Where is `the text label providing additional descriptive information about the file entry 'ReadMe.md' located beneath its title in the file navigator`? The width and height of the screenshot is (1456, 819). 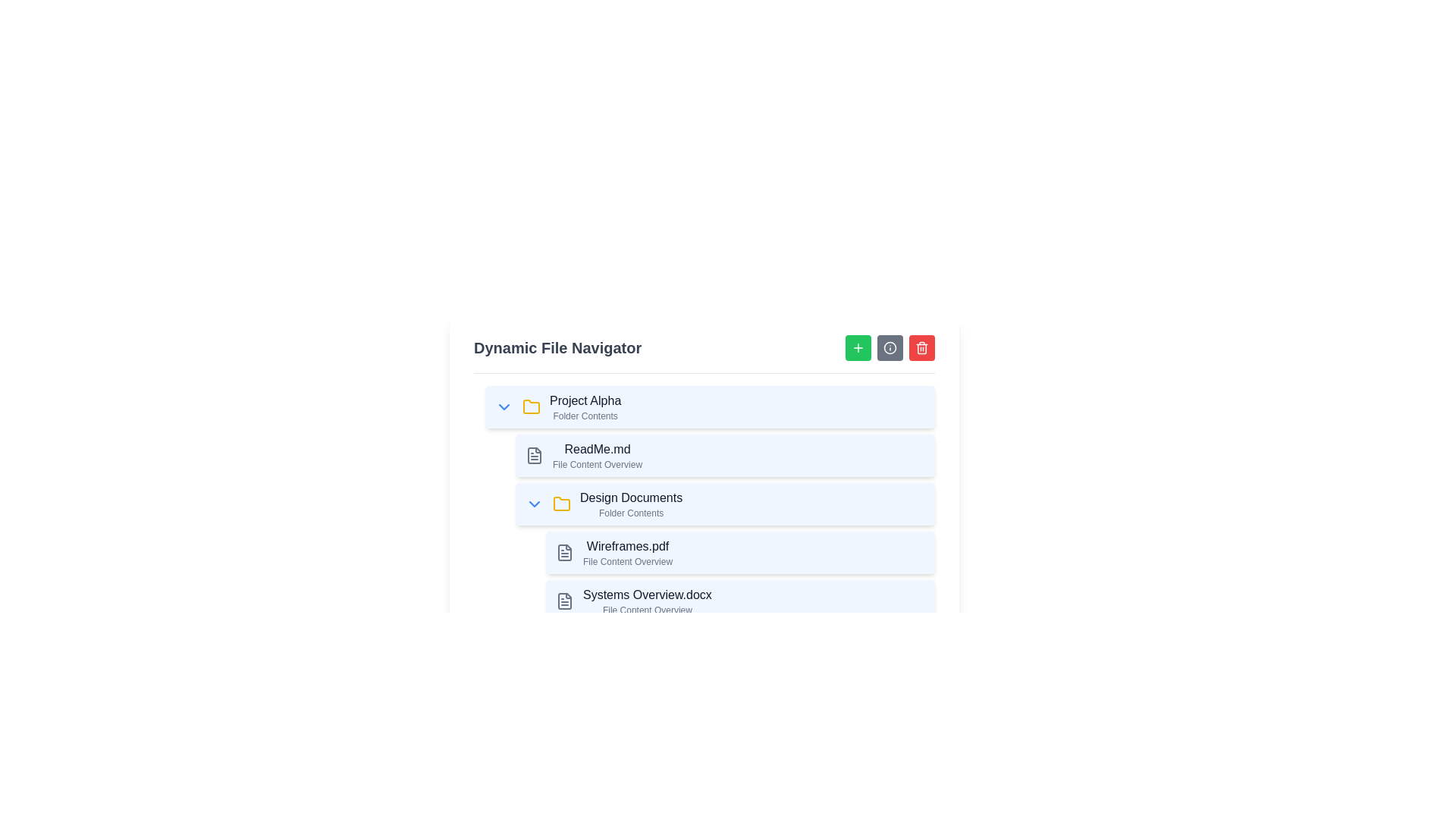
the text label providing additional descriptive information about the file entry 'ReadMe.md' located beneath its title in the file navigator is located at coordinates (596, 464).